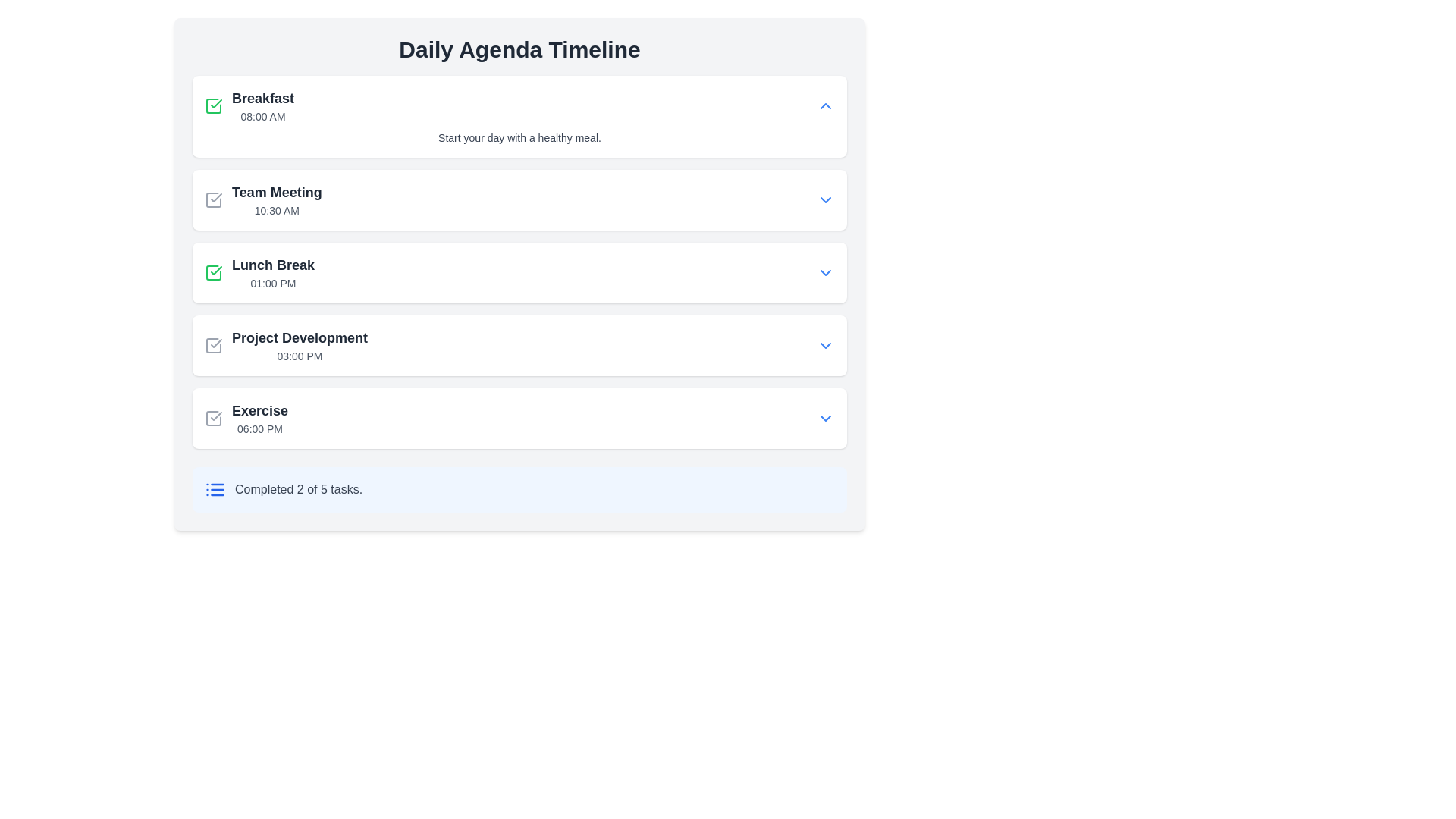 This screenshot has width=1456, height=819. I want to click on the text label element styled as a heading reading 'Breakfast', so click(262, 99).